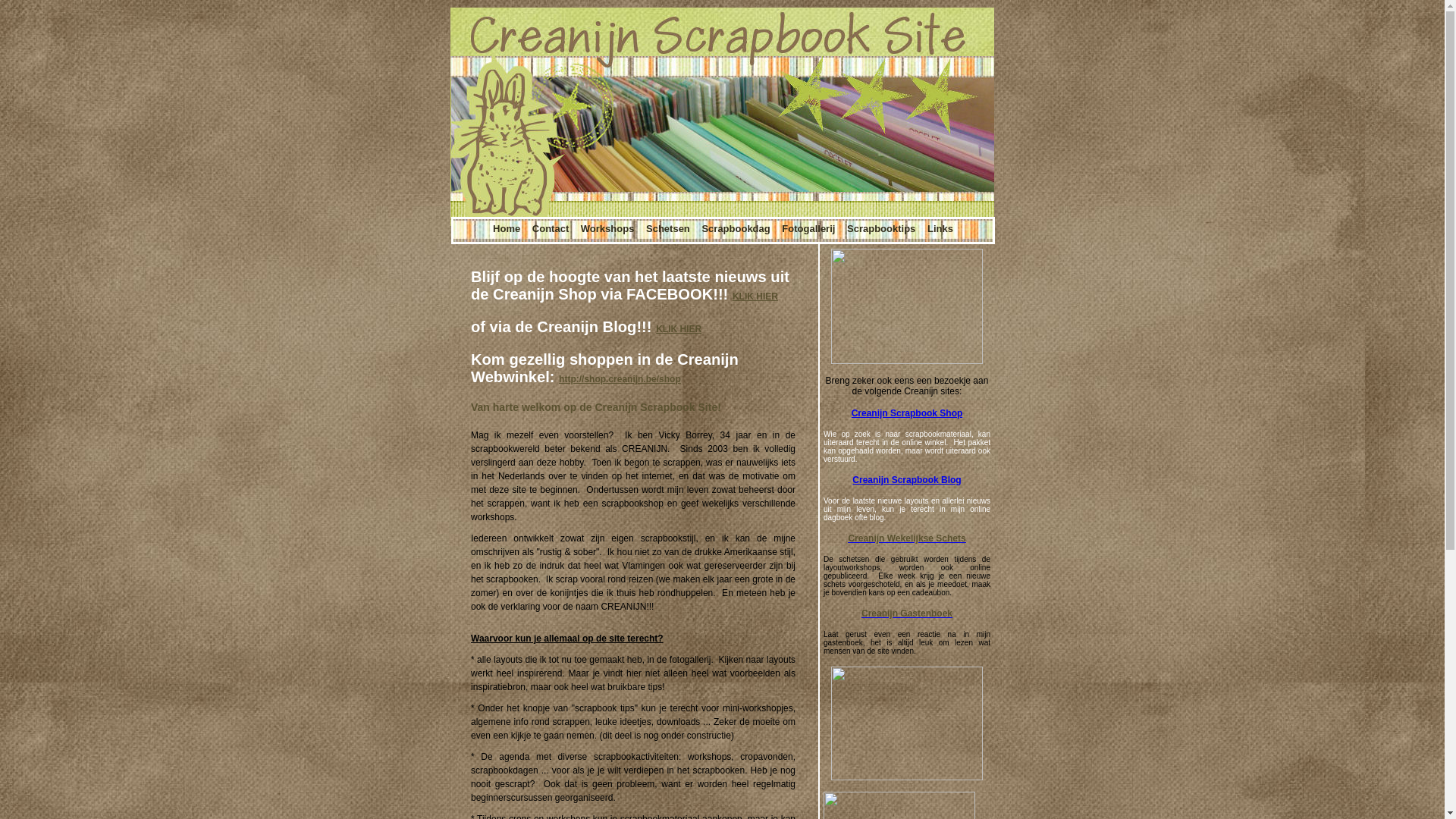 The height and width of the screenshot is (819, 1456). I want to click on 'Scrapbookdag', so click(736, 228).